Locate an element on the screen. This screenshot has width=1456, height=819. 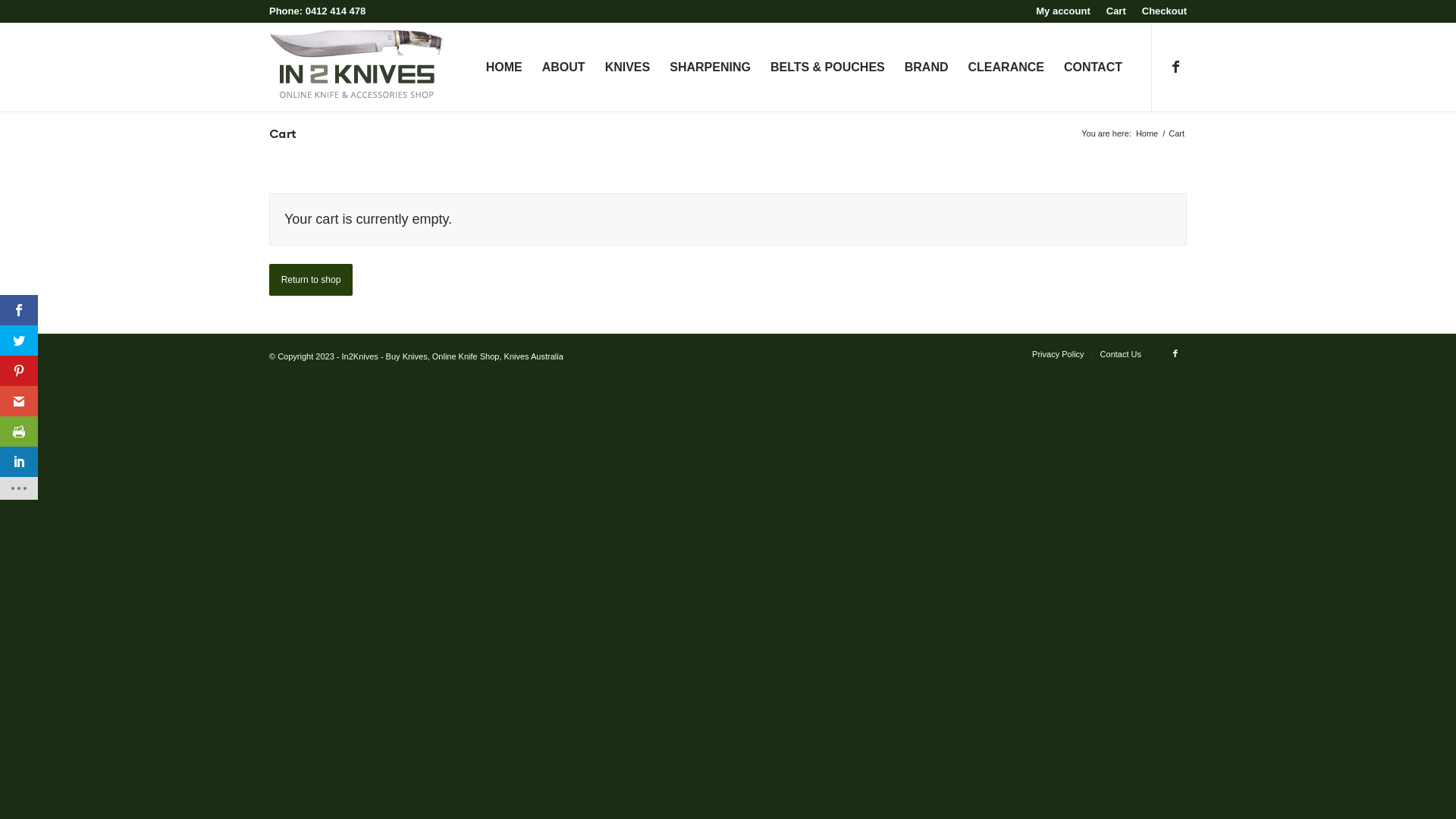
'Checkout' is located at coordinates (1163, 11).